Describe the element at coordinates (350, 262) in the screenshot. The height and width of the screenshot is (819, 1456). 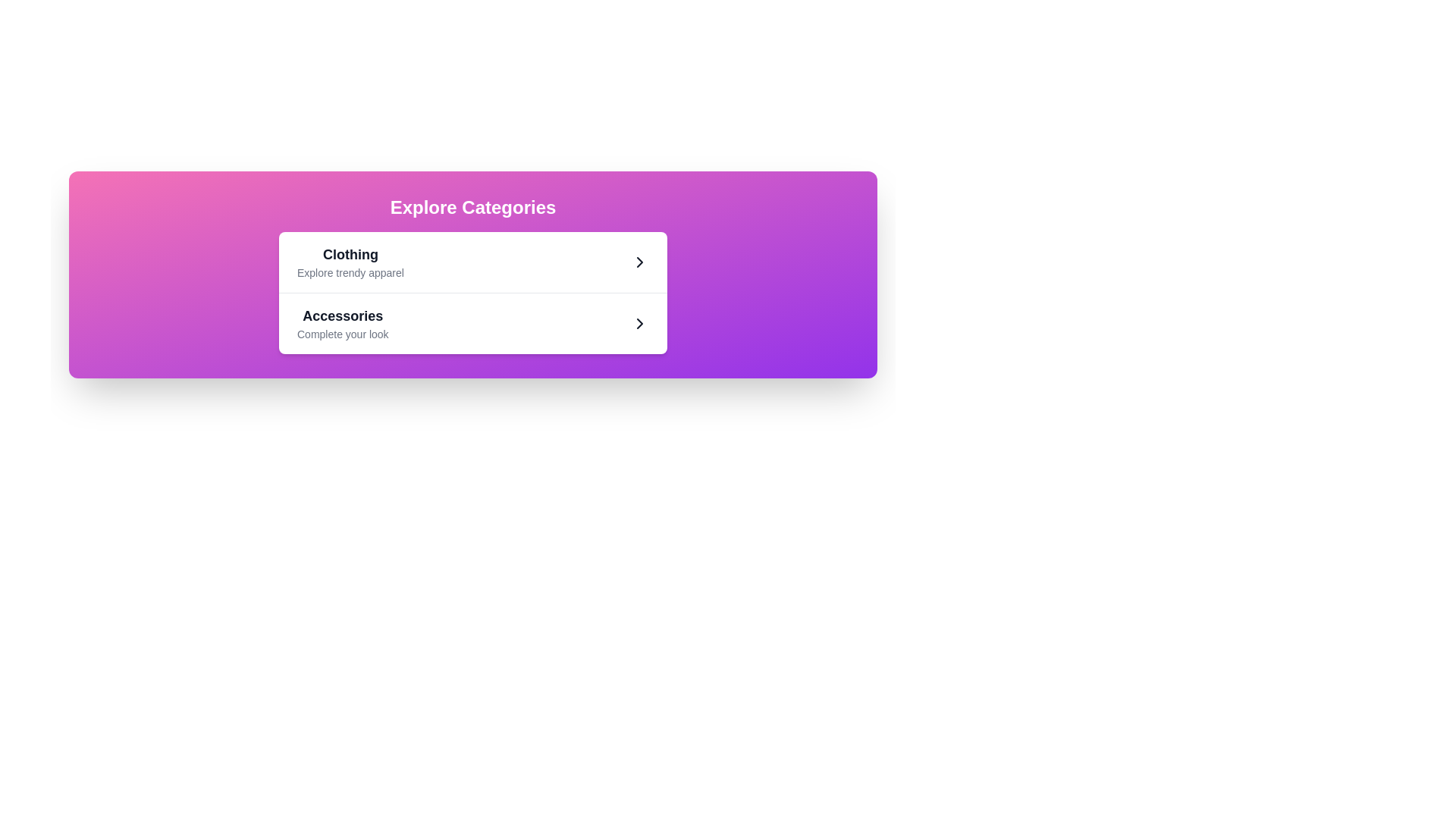
I see `the card containing the text block with the title 'Clothing' and subtitle 'Explore trendy apparel' located in the first card of the 'Explore Categories' section` at that location.